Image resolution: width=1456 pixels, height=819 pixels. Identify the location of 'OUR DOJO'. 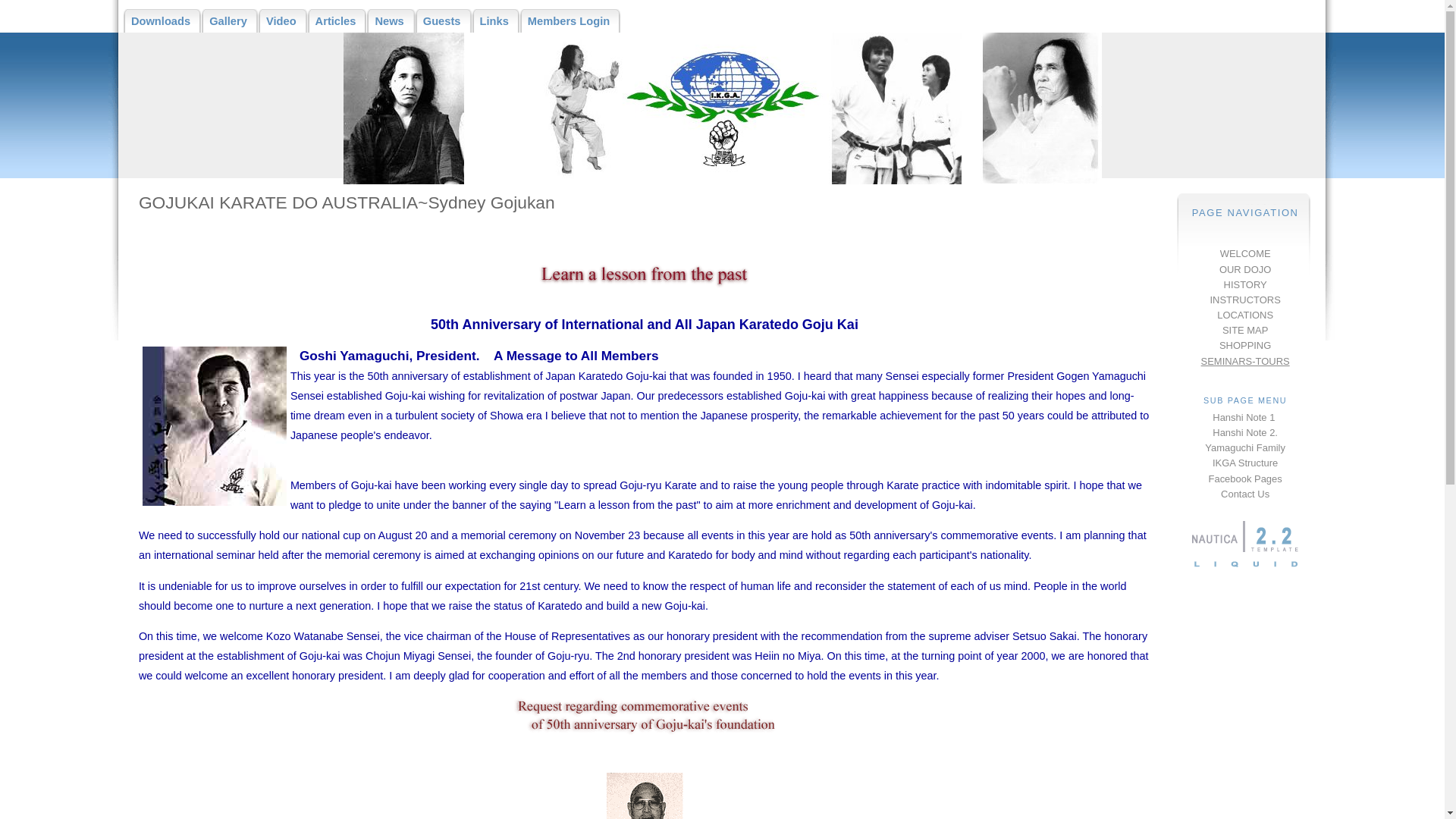
(1244, 268).